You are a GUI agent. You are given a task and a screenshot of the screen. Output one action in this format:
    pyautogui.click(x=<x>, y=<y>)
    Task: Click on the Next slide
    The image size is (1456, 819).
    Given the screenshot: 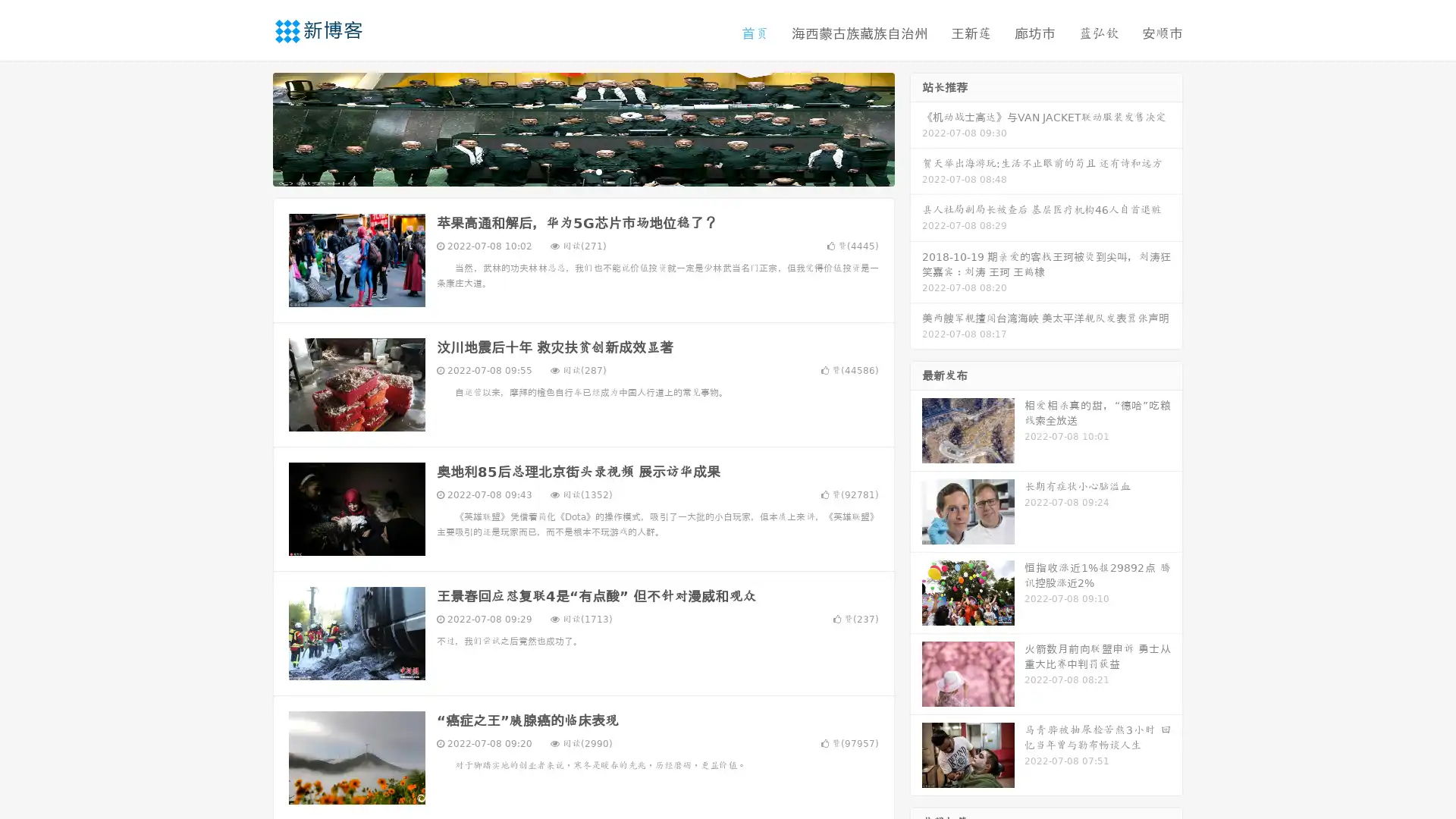 What is the action you would take?
    pyautogui.click(x=916, y=127)
    